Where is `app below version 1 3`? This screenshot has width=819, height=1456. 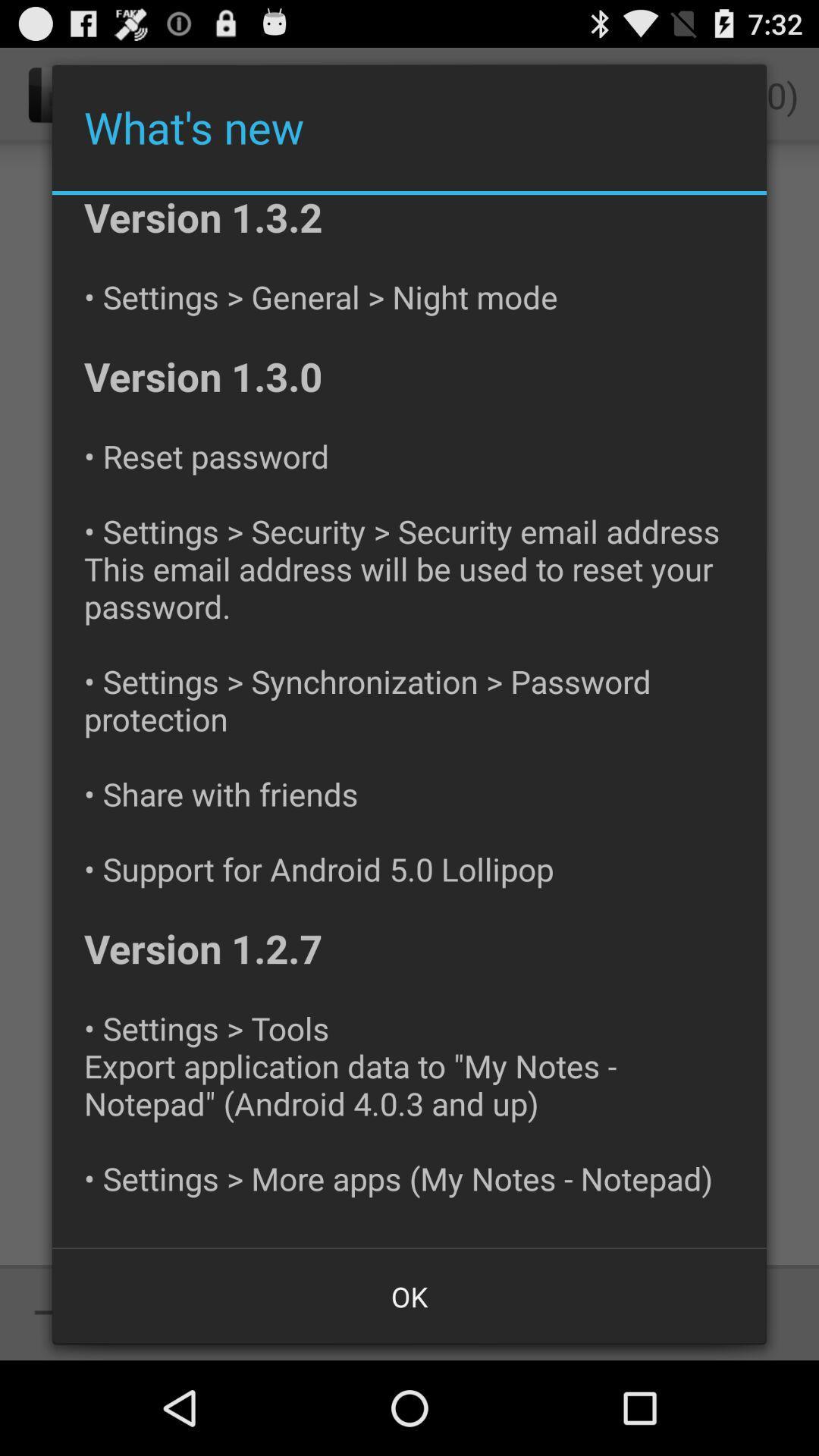 app below version 1 3 is located at coordinates (409, 1295).